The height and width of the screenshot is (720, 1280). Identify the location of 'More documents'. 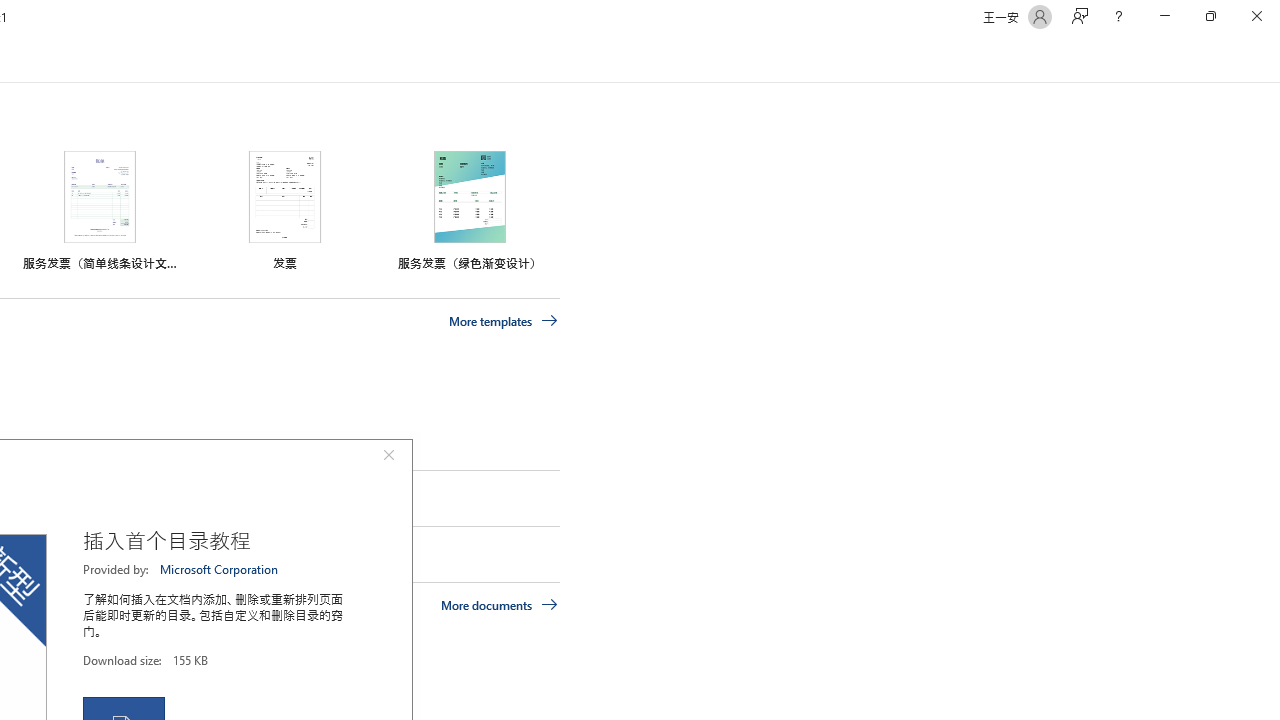
(499, 603).